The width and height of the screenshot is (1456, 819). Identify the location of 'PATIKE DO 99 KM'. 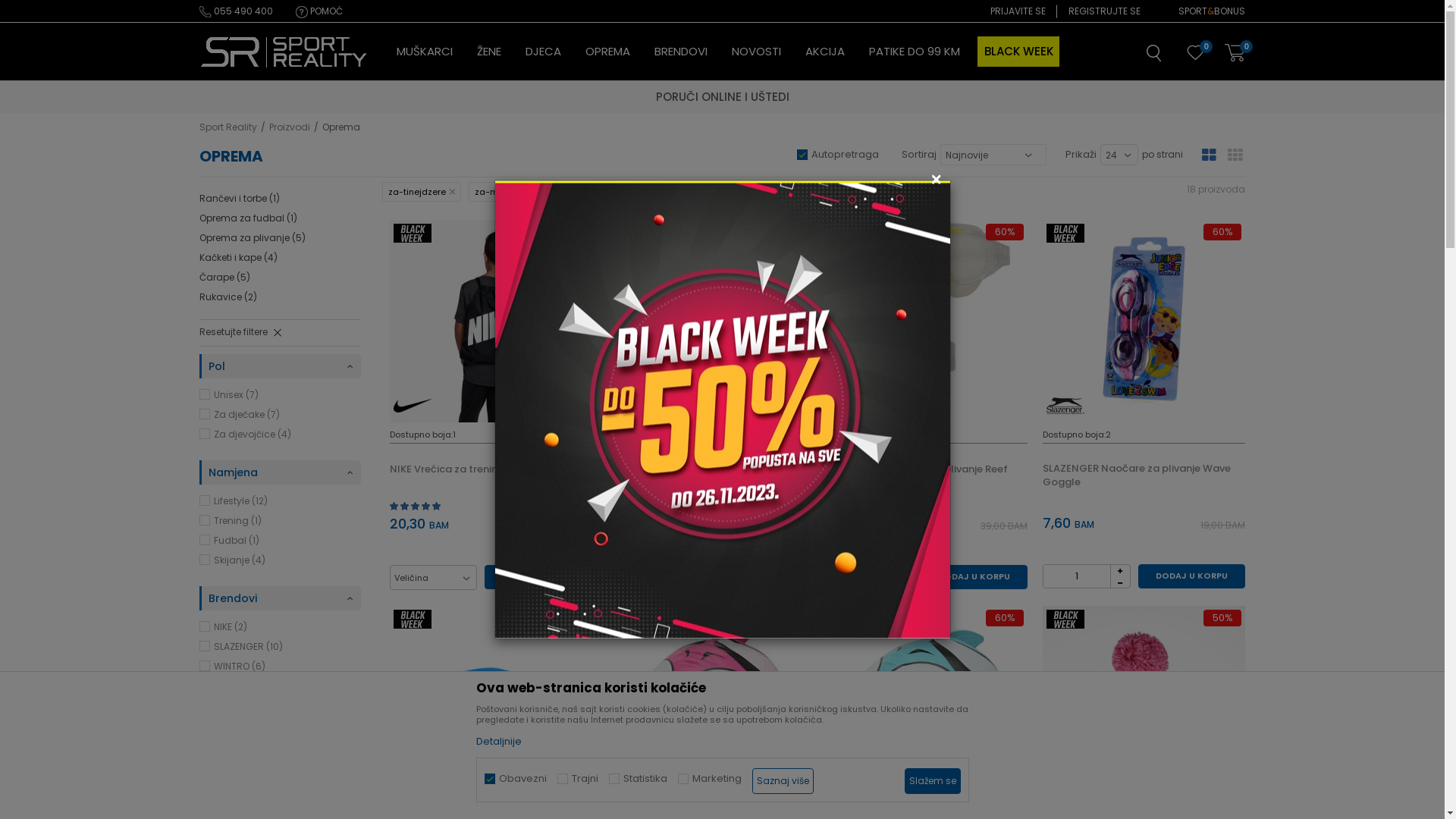
(913, 51).